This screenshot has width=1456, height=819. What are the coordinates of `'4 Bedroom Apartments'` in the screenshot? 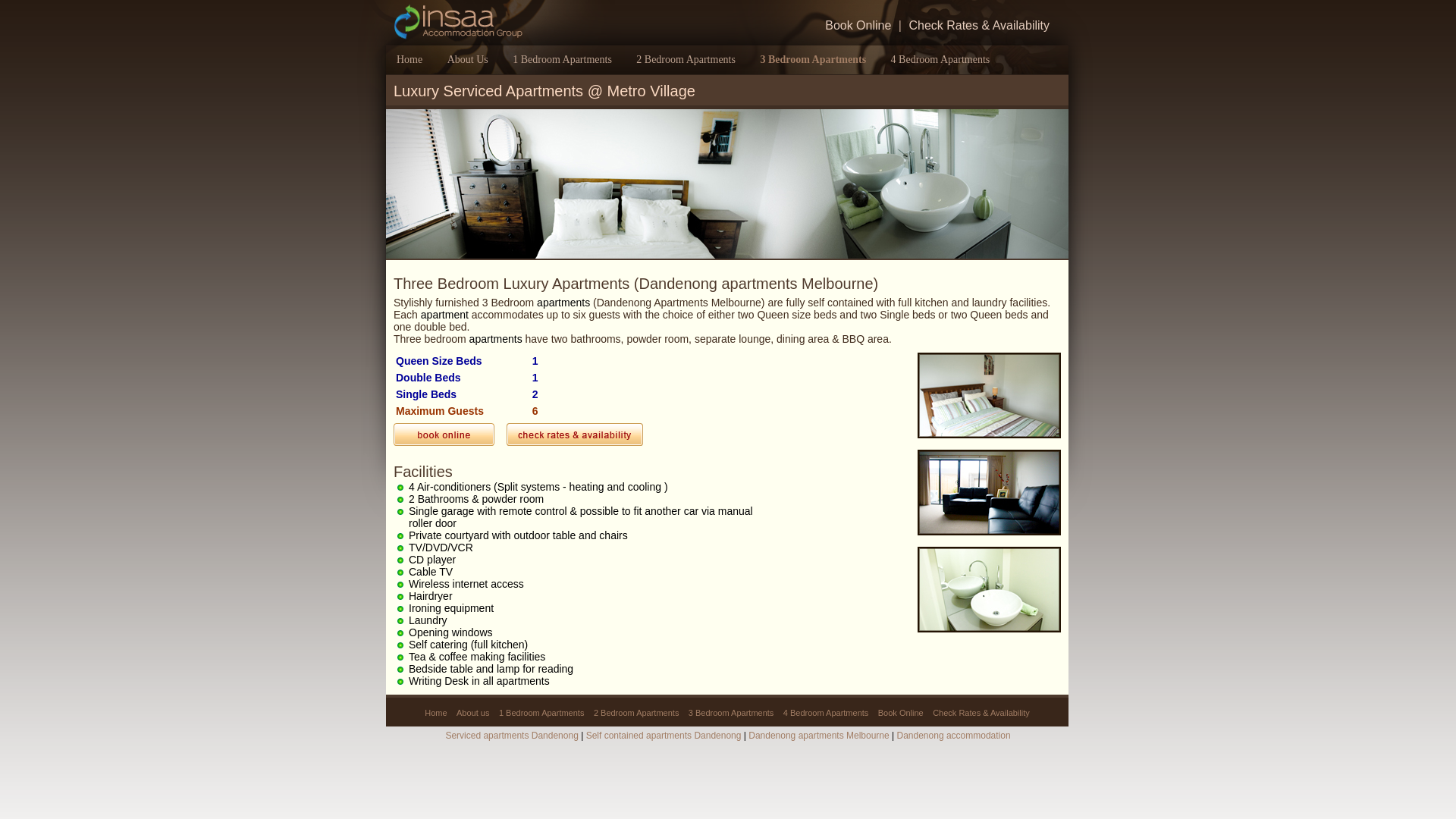 It's located at (825, 713).